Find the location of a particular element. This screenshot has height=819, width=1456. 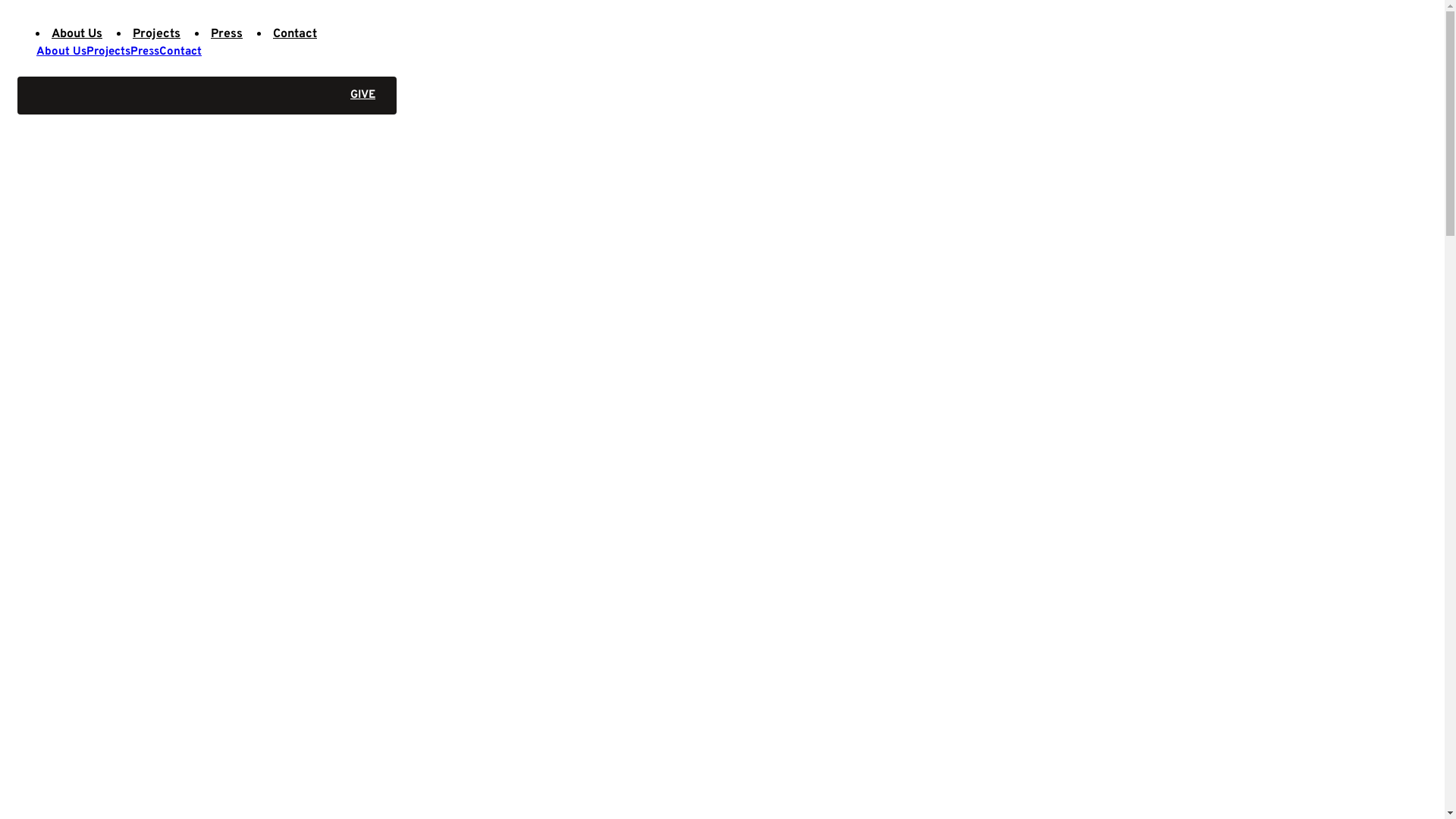

'Press' is located at coordinates (145, 51).